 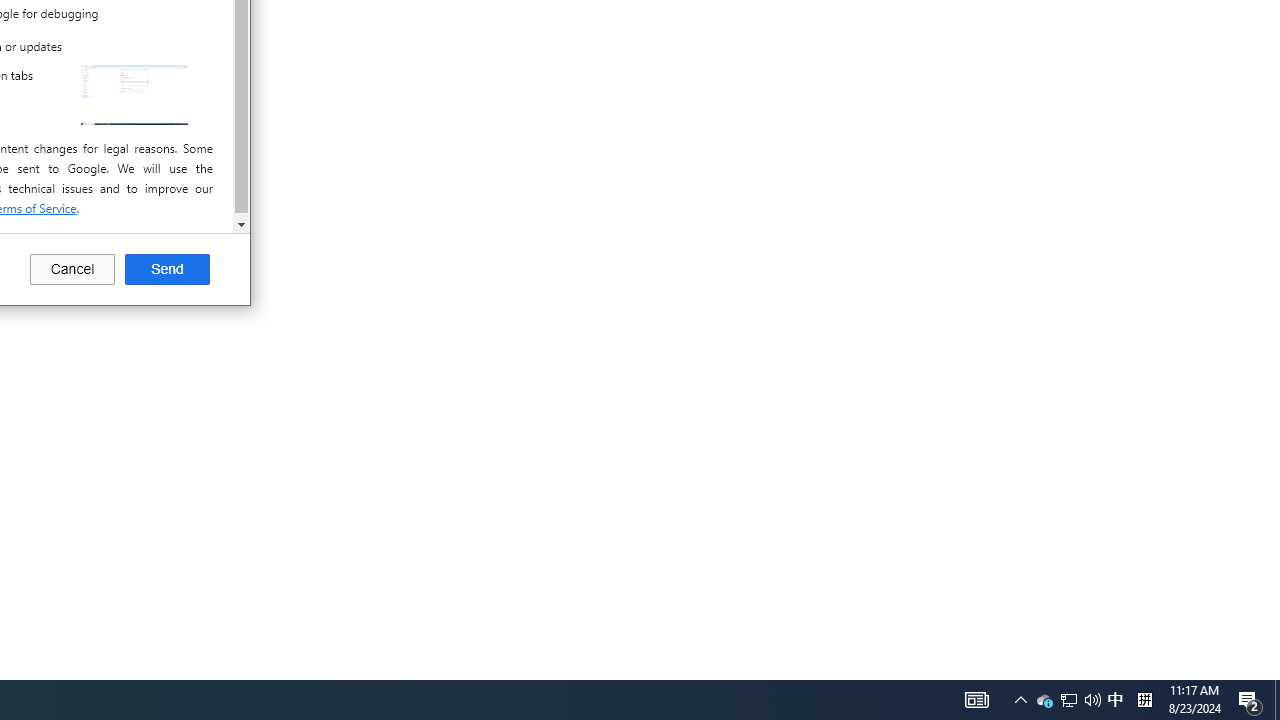 What do you see at coordinates (1067, 698) in the screenshot?
I see `'User Promoted Notification Area'` at bounding box center [1067, 698].